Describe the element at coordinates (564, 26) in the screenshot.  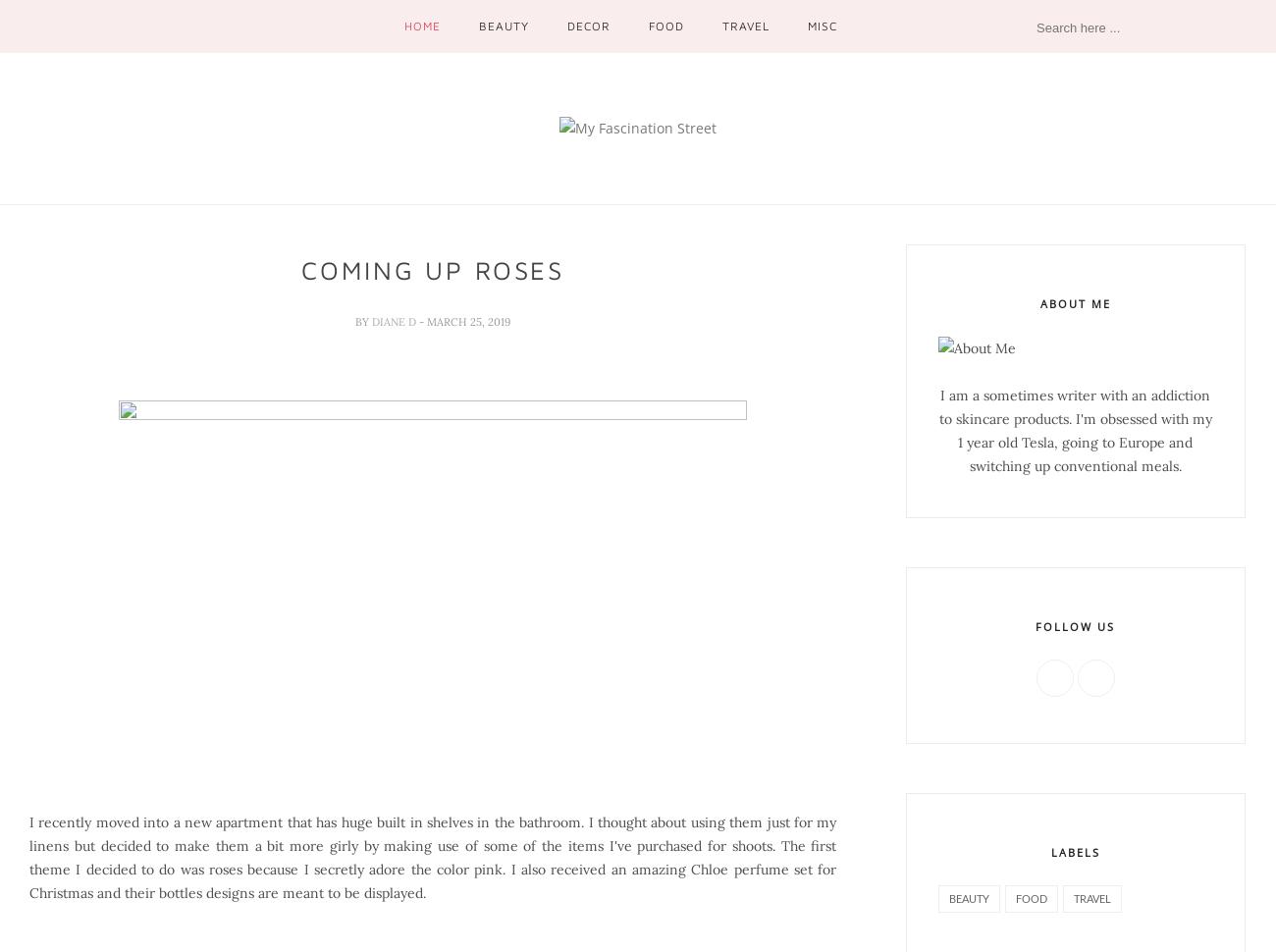
I see `'Decor'` at that location.